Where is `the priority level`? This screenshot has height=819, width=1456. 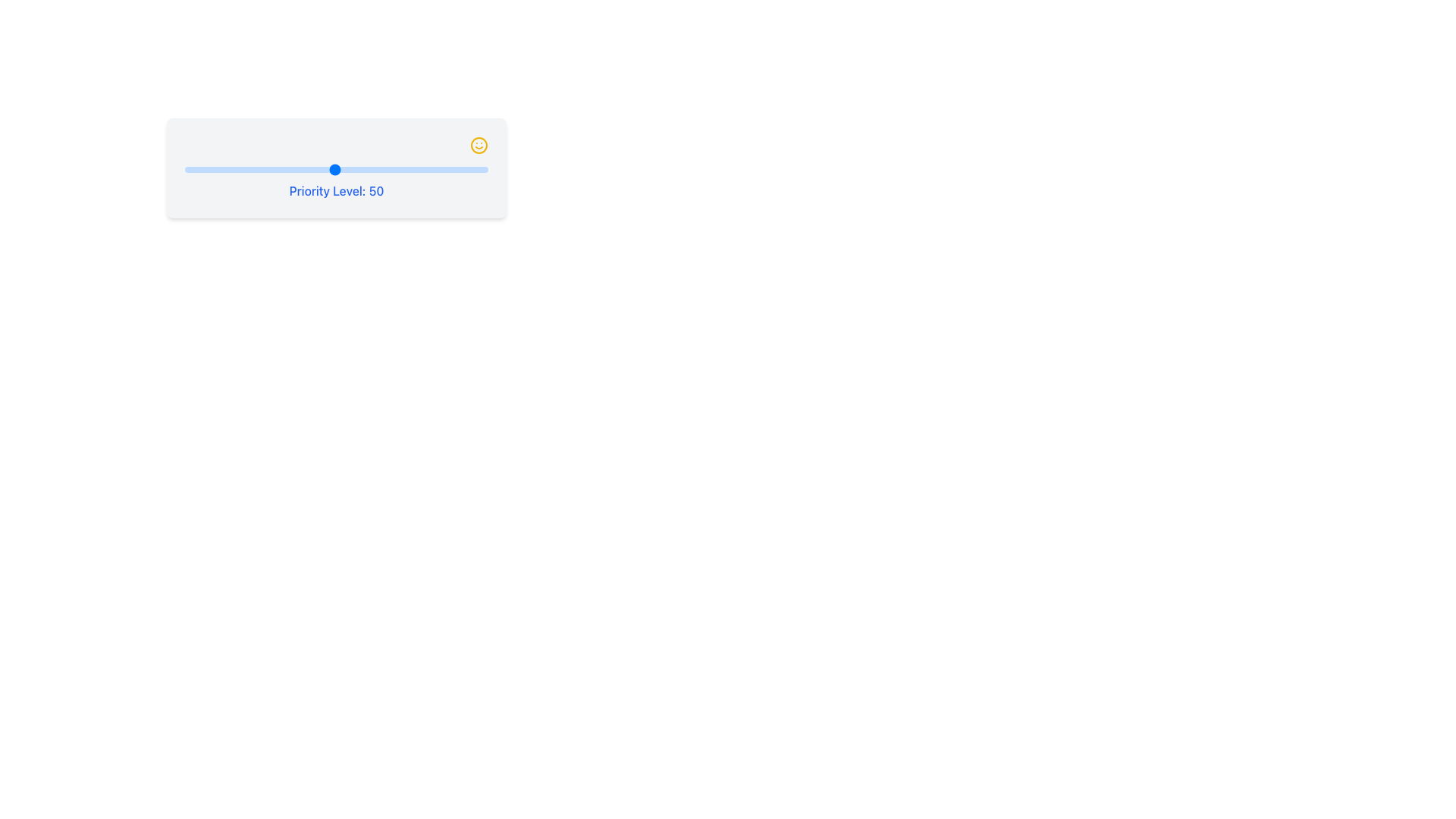 the priority level is located at coordinates (233, 169).